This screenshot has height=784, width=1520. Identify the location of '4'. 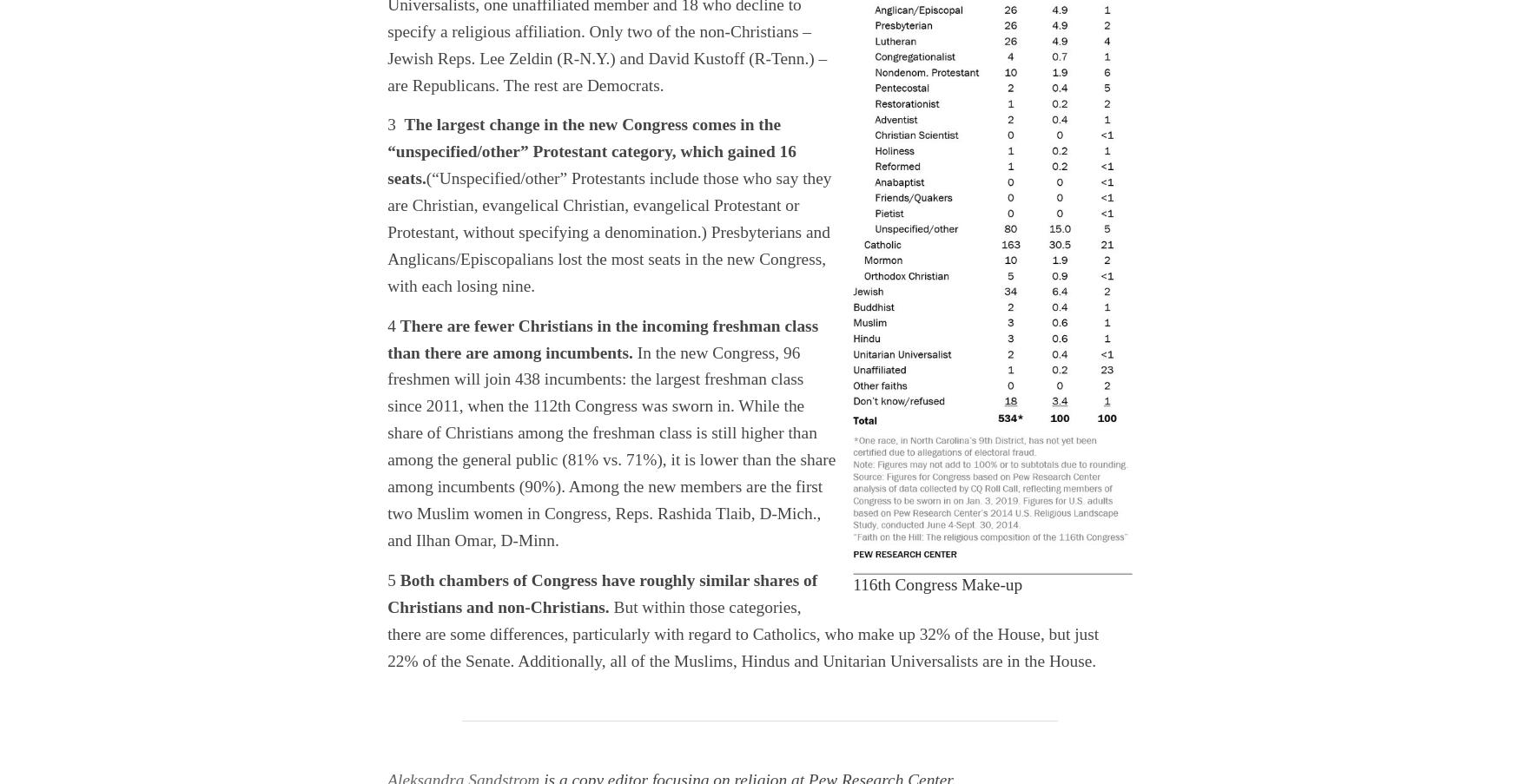
(387, 325).